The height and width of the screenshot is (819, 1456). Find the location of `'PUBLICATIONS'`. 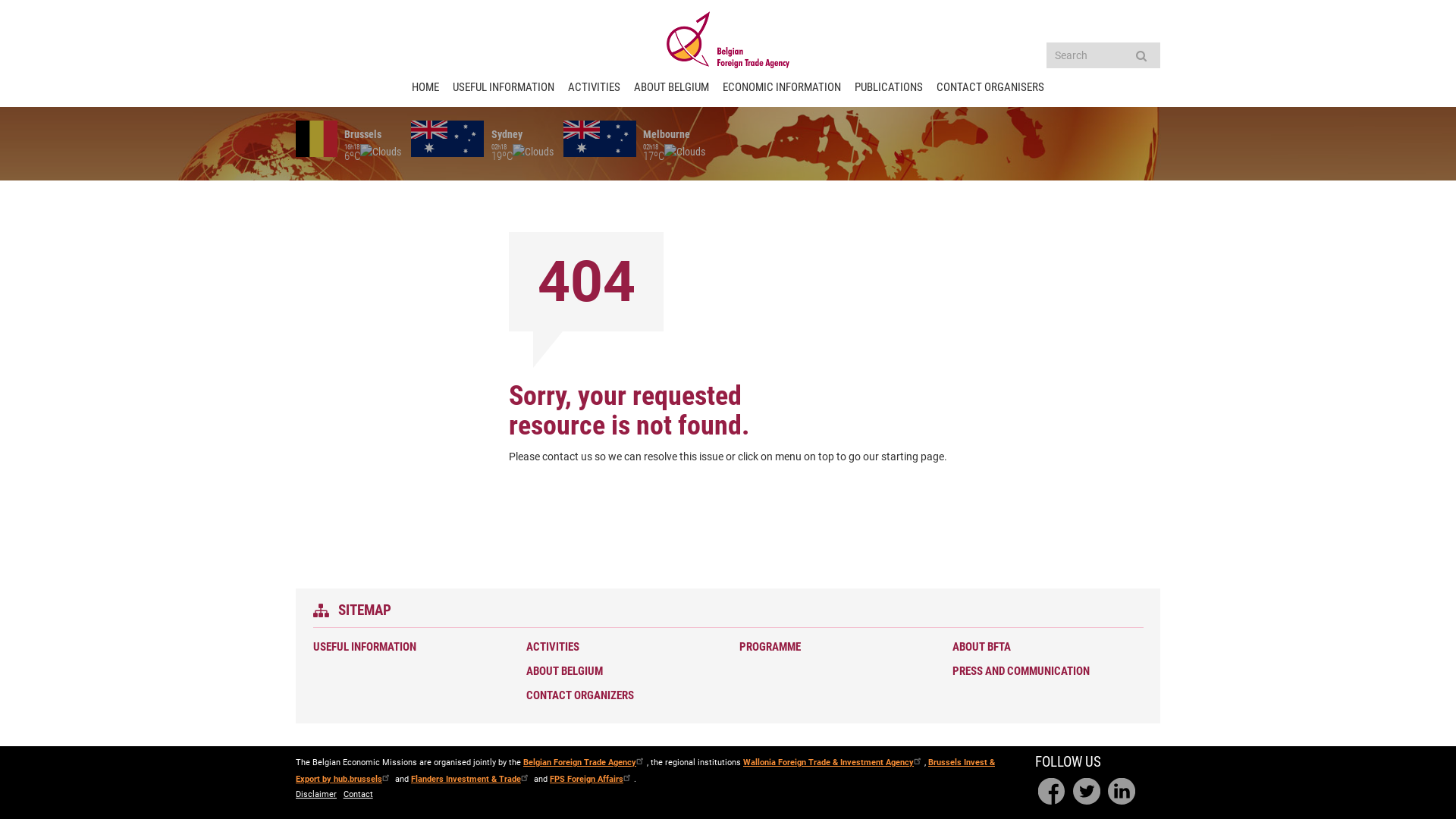

'PUBLICATIONS' is located at coordinates (855, 87).